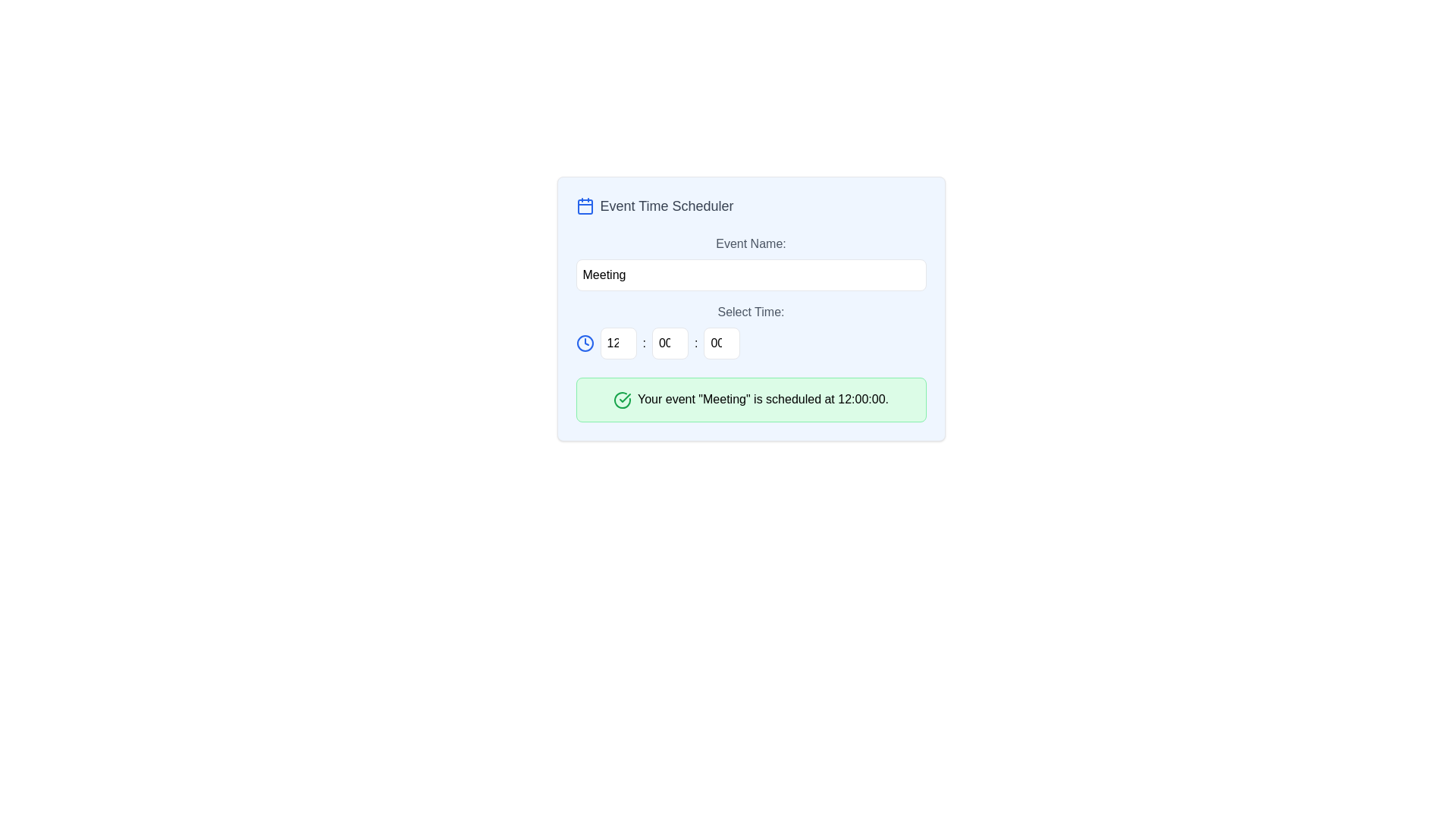 The height and width of the screenshot is (819, 1456). I want to click on the label indicating the purpose of the input field for the event name, which is positioned directly above the 'Meeting' input field, so click(751, 243).